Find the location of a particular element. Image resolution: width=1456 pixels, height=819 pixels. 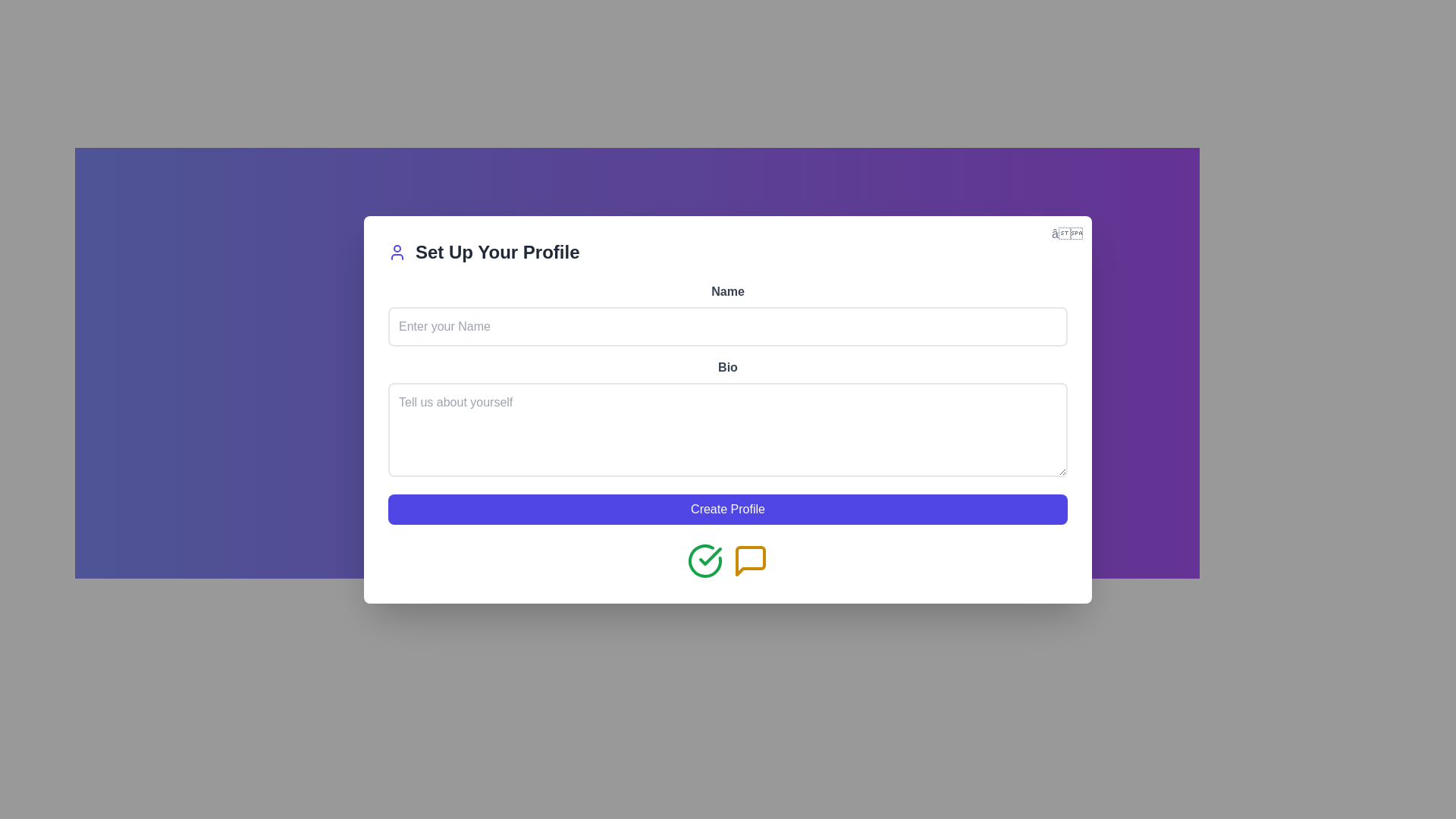

the decorative icon associated with setting up a user profile, located to the left of the heading text 'Set Up Your Profile' is located at coordinates (397, 251).